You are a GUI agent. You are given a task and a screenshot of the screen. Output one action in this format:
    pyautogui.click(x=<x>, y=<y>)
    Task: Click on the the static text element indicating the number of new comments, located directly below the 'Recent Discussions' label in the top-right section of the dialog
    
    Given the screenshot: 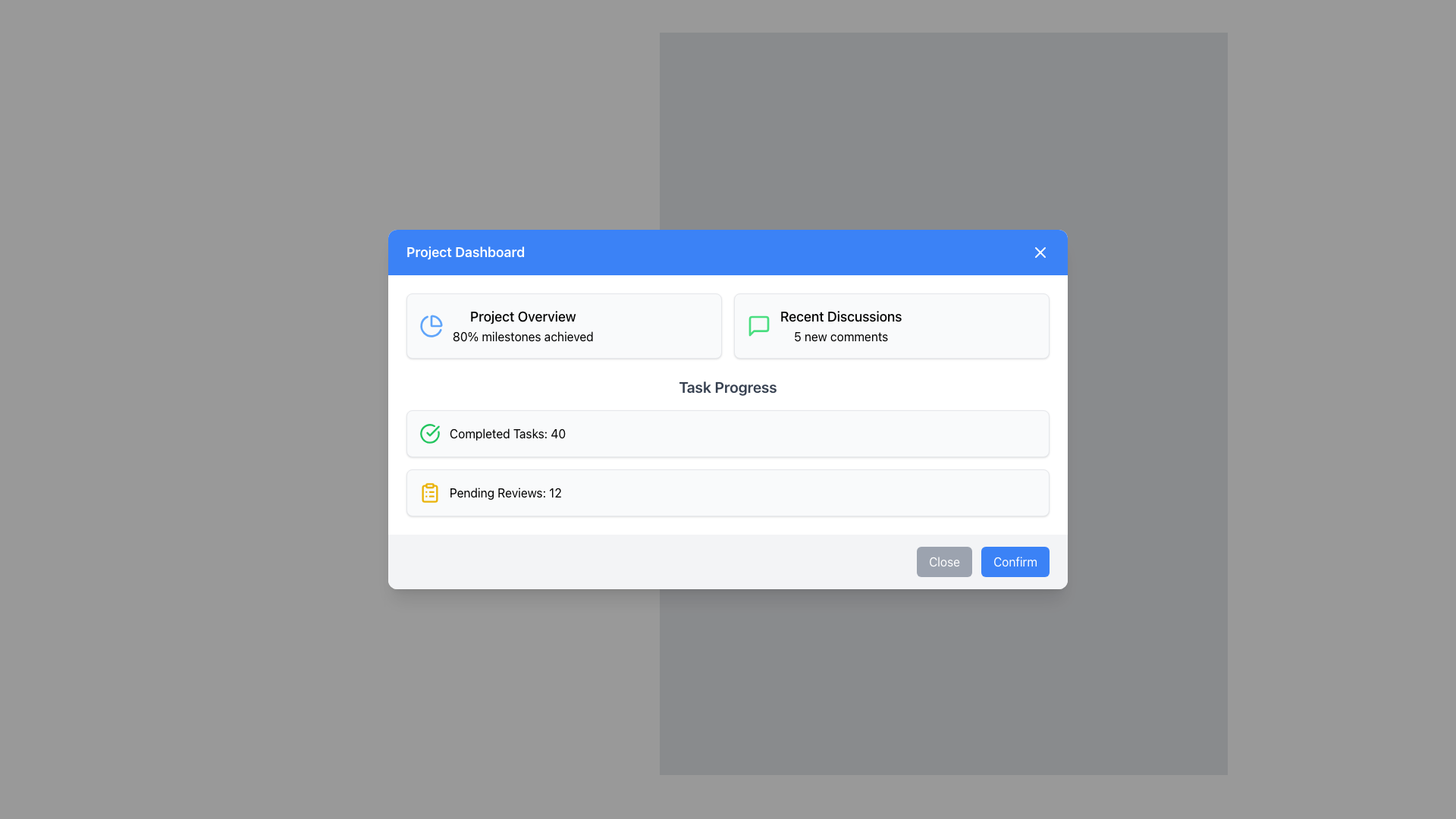 What is the action you would take?
    pyautogui.click(x=840, y=335)
    